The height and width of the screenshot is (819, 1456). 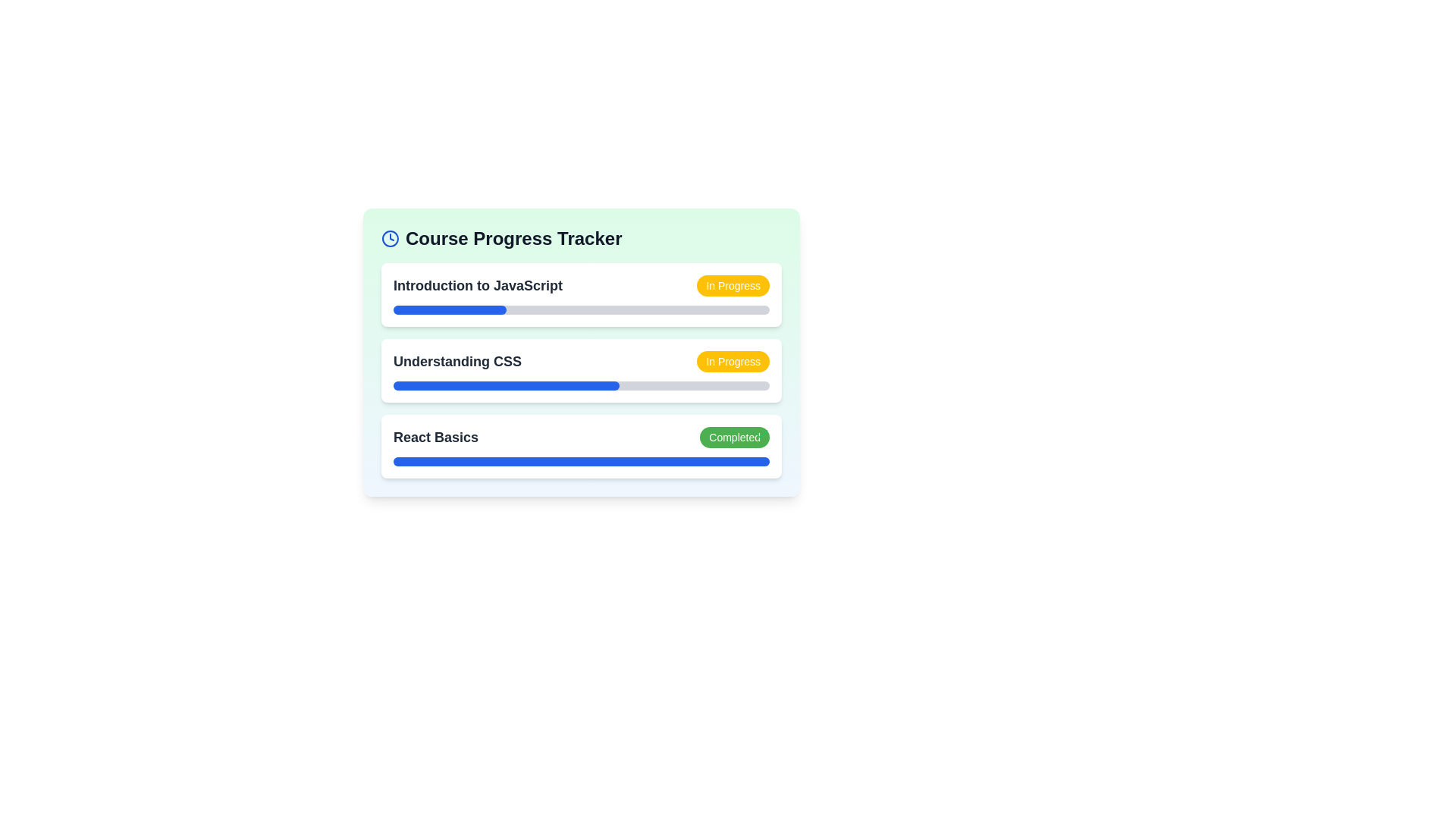 What do you see at coordinates (735, 438) in the screenshot?
I see `the 'Completed' status label` at bounding box center [735, 438].